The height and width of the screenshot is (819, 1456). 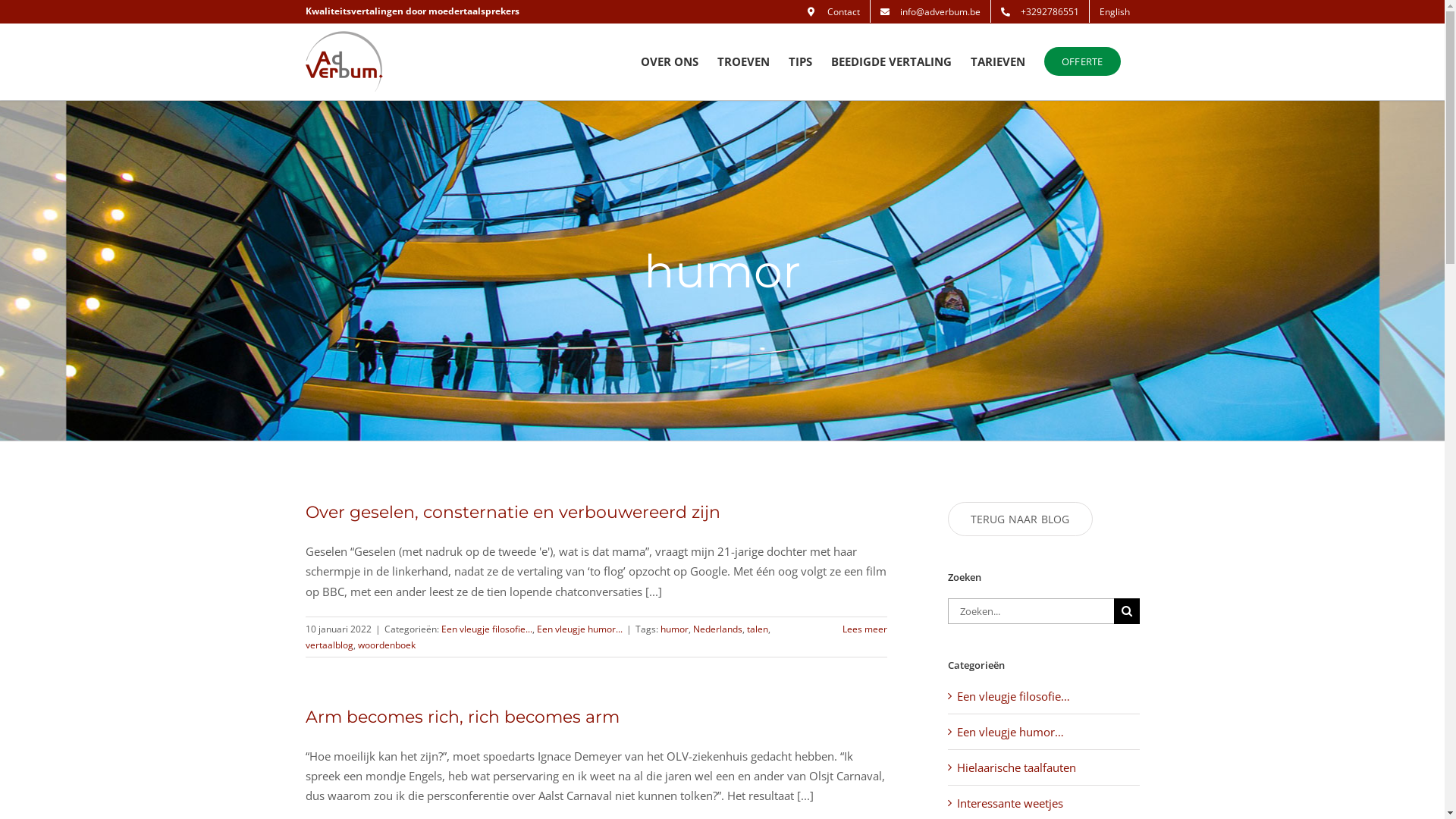 What do you see at coordinates (512, 512) in the screenshot?
I see `'Over geselen, consternatie en verbouwereerd zijn'` at bounding box center [512, 512].